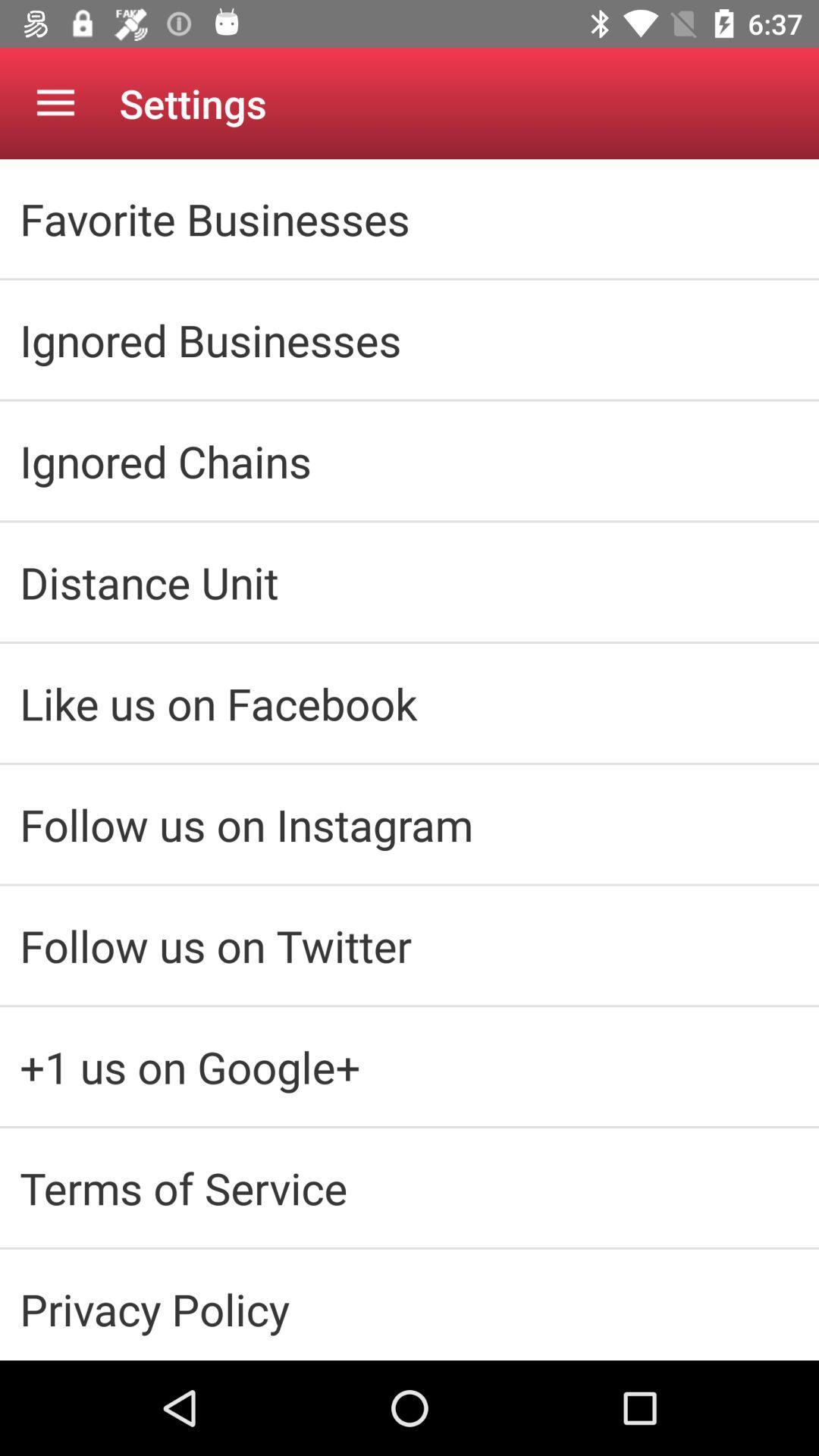 Image resolution: width=819 pixels, height=1456 pixels. What do you see at coordinates (409, 1308) in the screenshot?
I see `the privacy policy icon` at bounding box center [409, 1308].